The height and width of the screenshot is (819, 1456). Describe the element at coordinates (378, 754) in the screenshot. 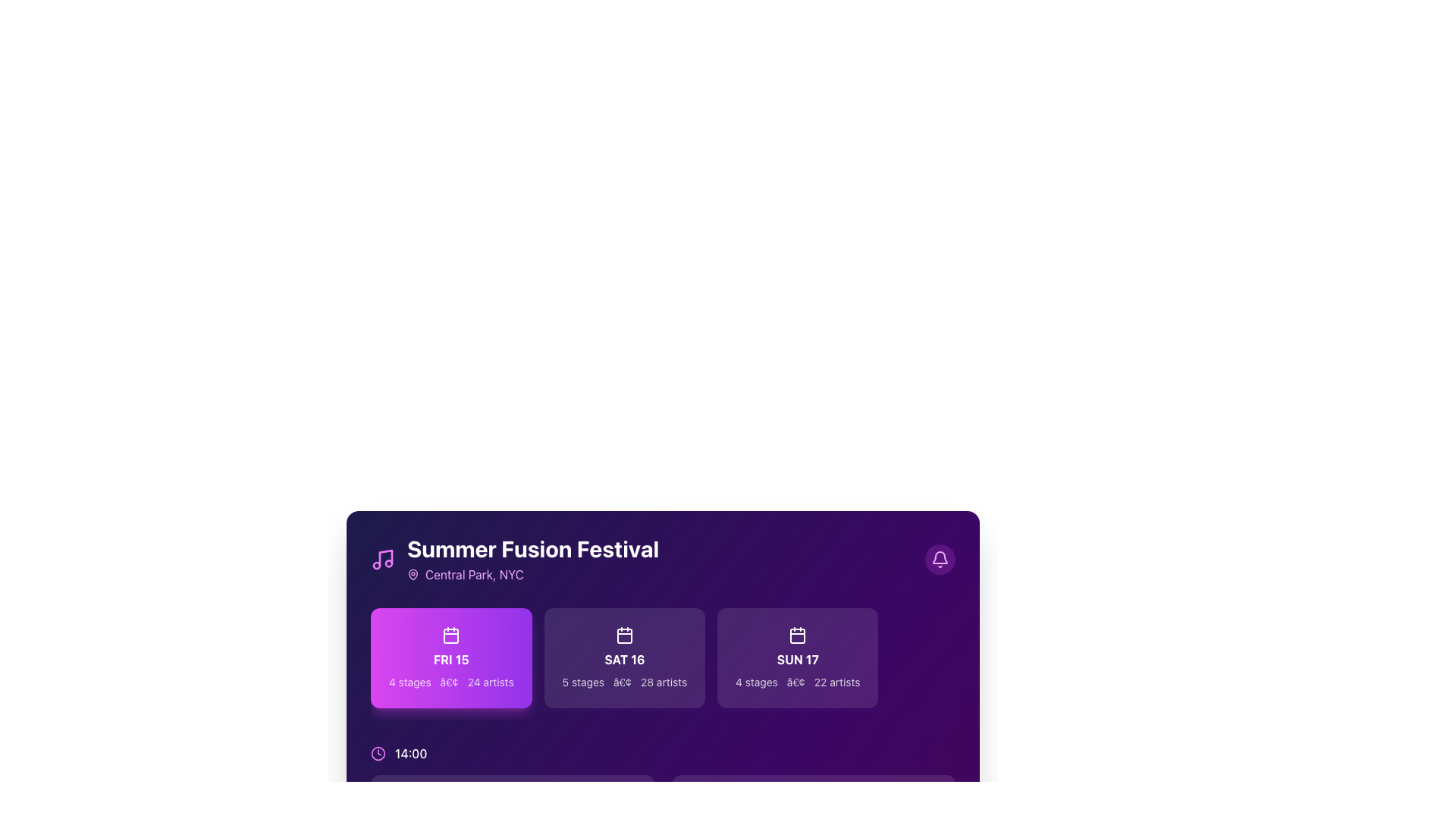

I see `the SVG Circle element that serves as the outer rim of the clock icon, located above the '14:00' timestamp` at that location.